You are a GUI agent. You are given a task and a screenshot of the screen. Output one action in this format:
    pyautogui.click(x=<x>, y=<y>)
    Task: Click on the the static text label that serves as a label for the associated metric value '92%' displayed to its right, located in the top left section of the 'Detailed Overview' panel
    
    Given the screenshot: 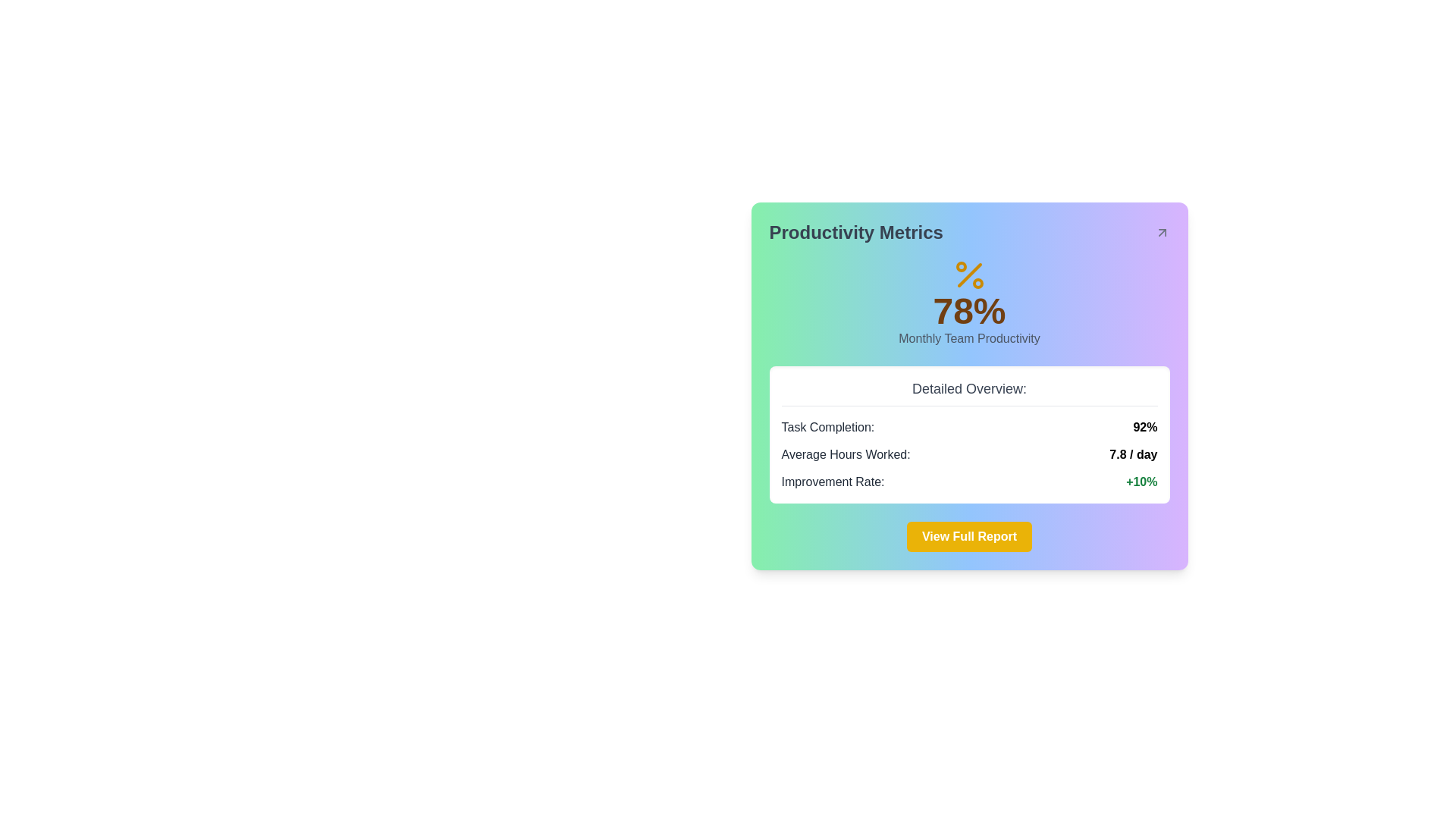 What is the action you would take?
    pyautogui.click(x=827, y=427)
    